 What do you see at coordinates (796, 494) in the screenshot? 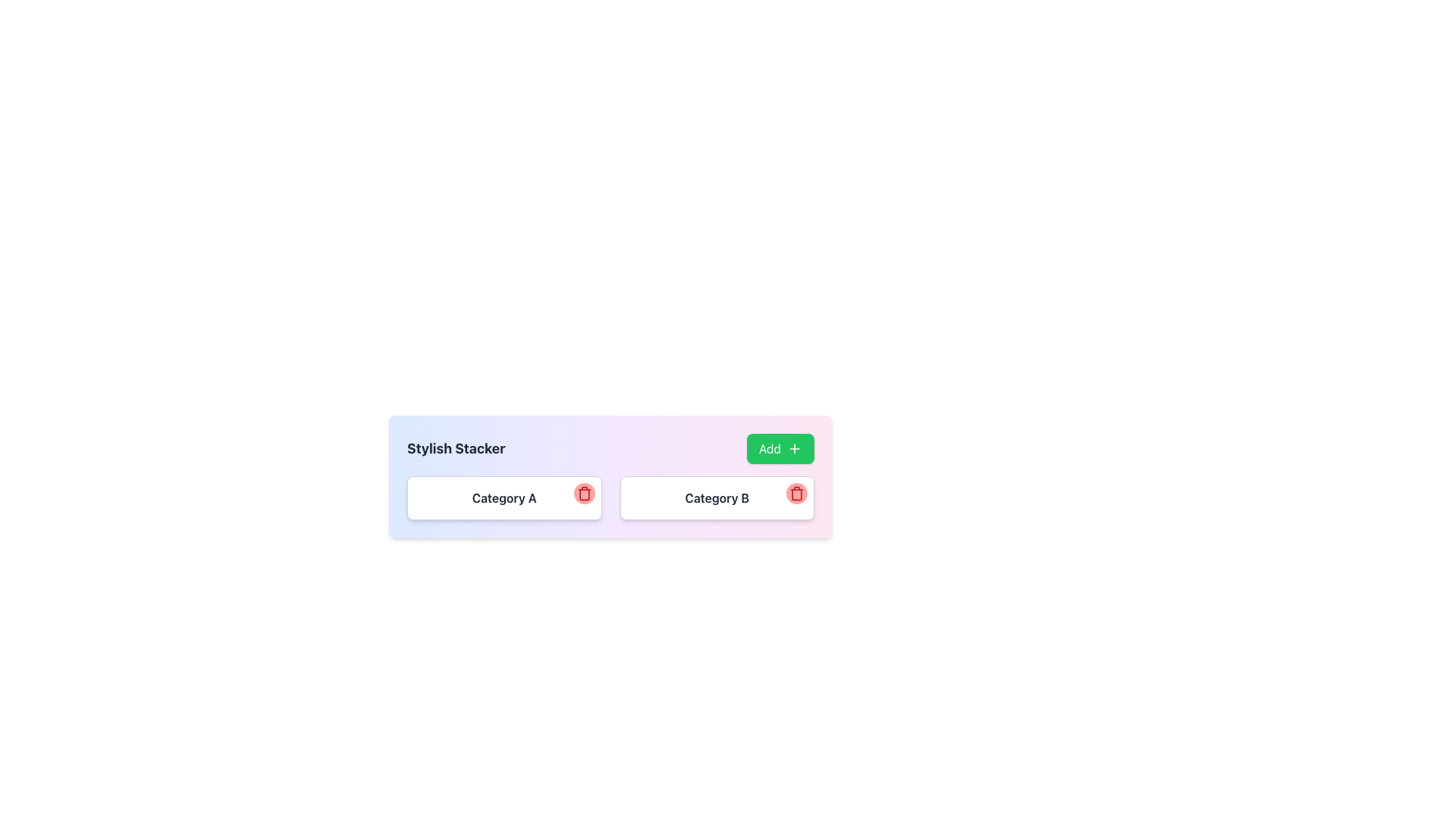
I see `the red circular button with a trash can icon located at the top-right corner of the 'Category B' card` at bounding box center [796, 494].